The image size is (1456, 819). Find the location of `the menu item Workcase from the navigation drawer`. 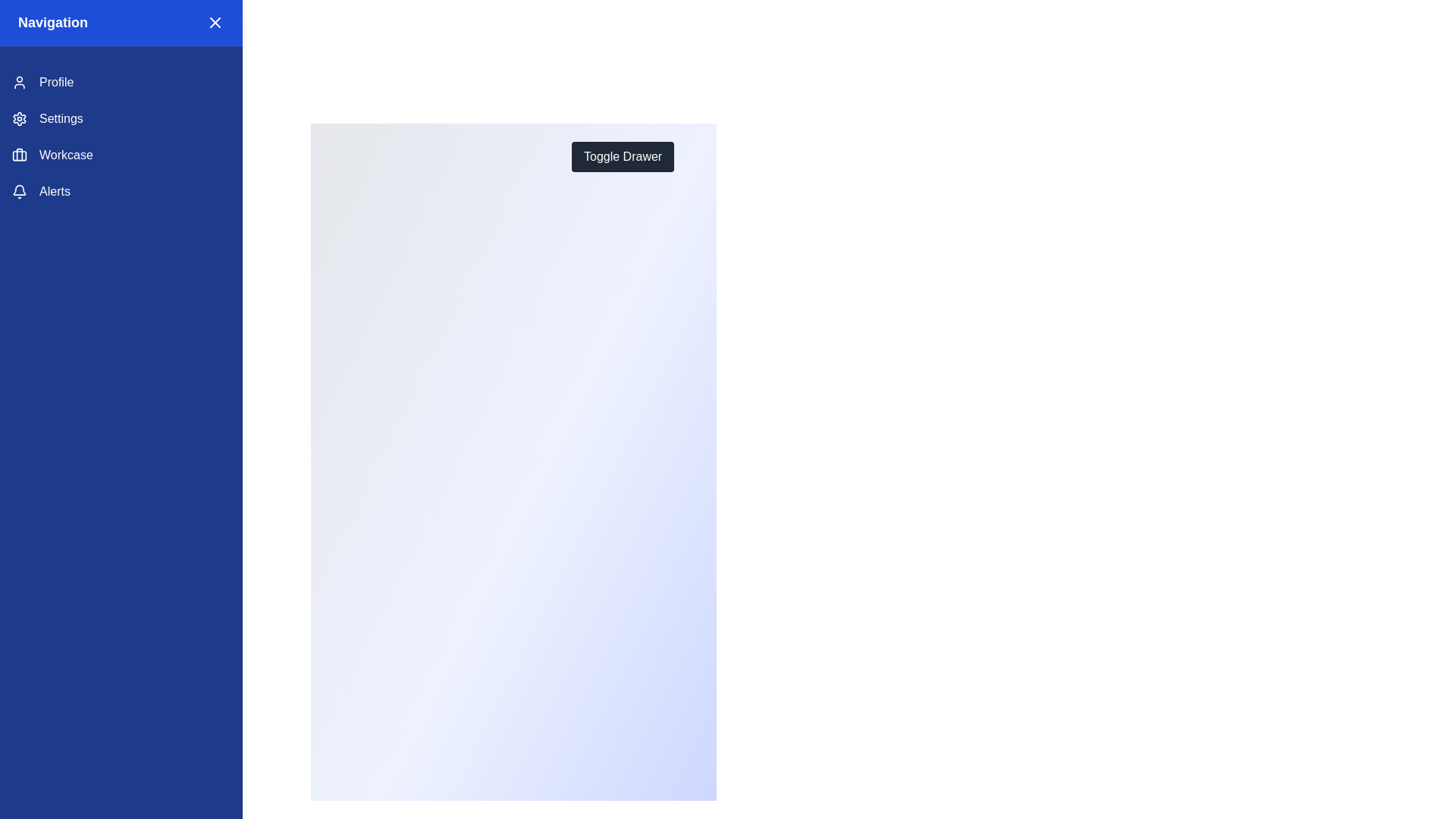

the menu item Workcase from the navigation drawer is located at coordinates (120, 155).